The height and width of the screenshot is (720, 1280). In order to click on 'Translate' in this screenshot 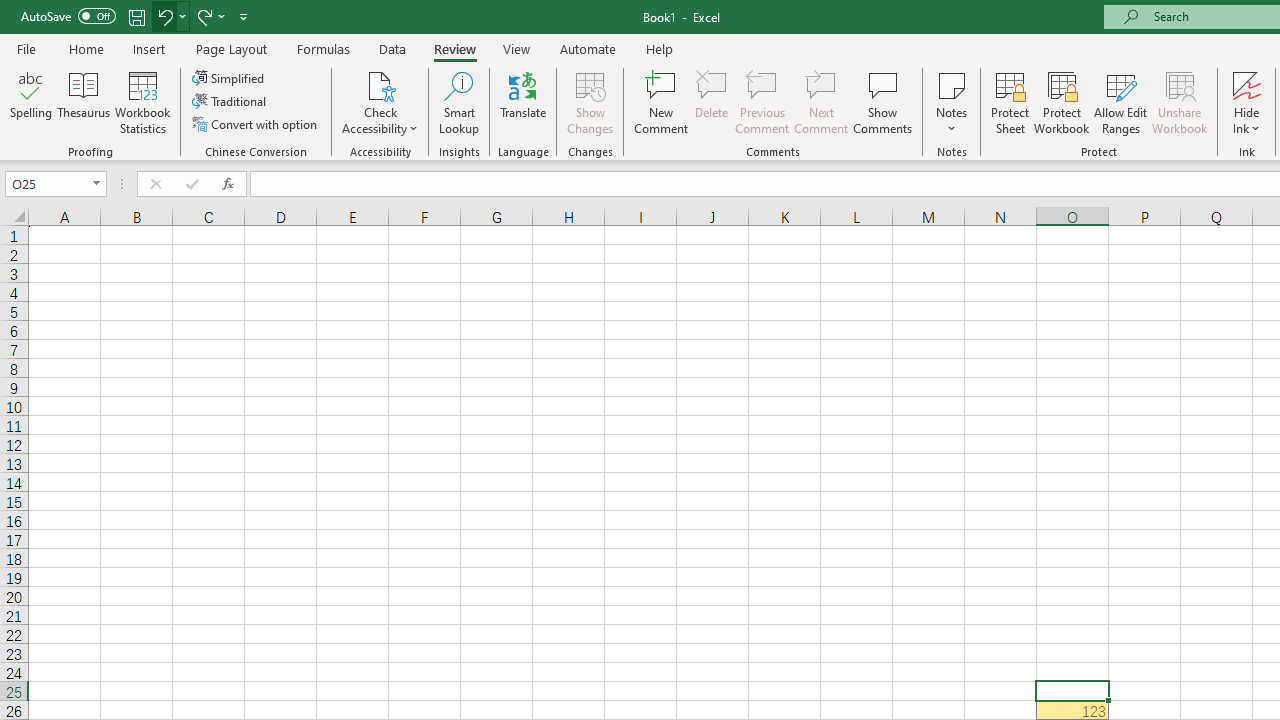, I will do `click(523, 103)`.